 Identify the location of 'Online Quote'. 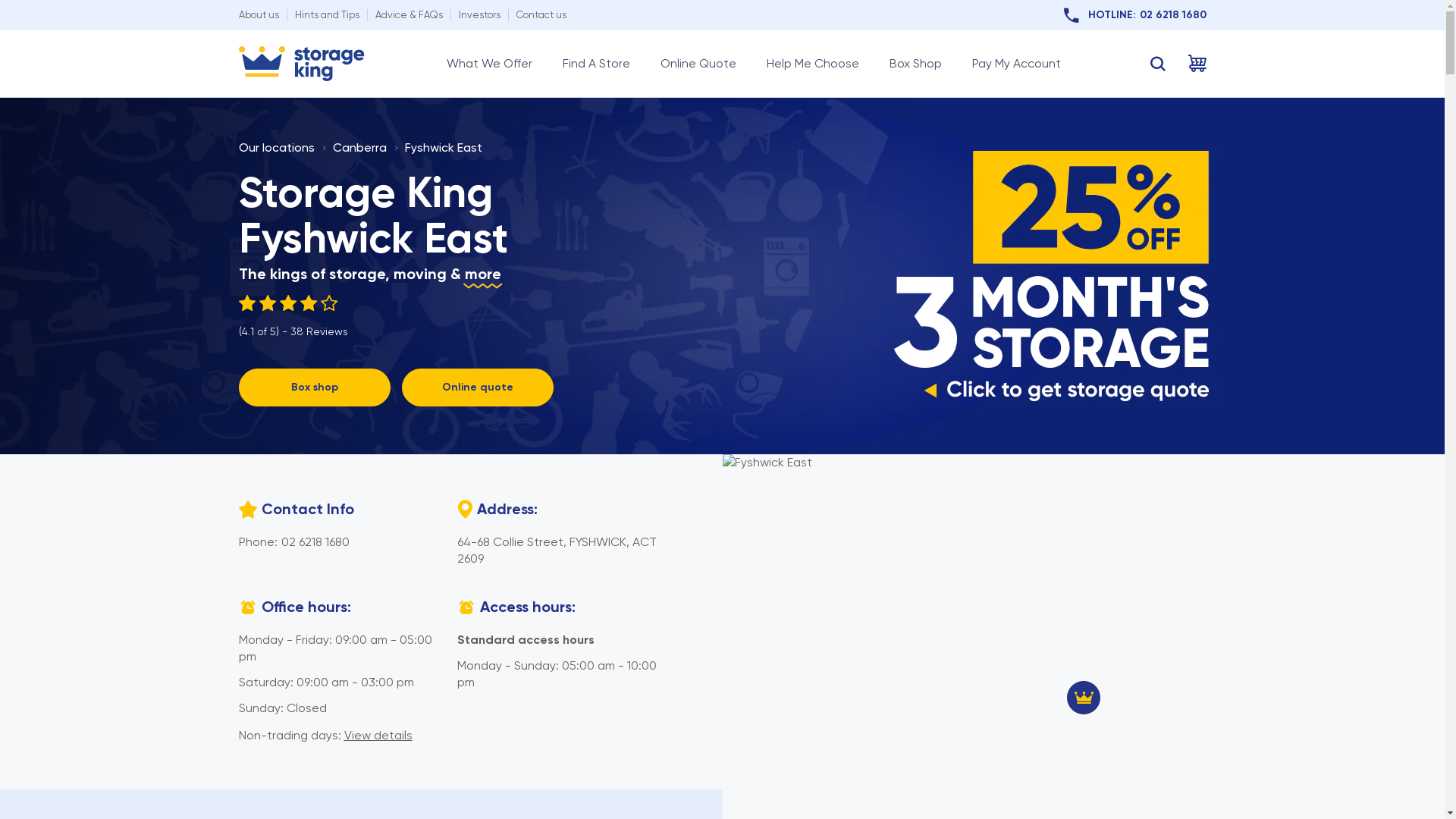
(697, 63).